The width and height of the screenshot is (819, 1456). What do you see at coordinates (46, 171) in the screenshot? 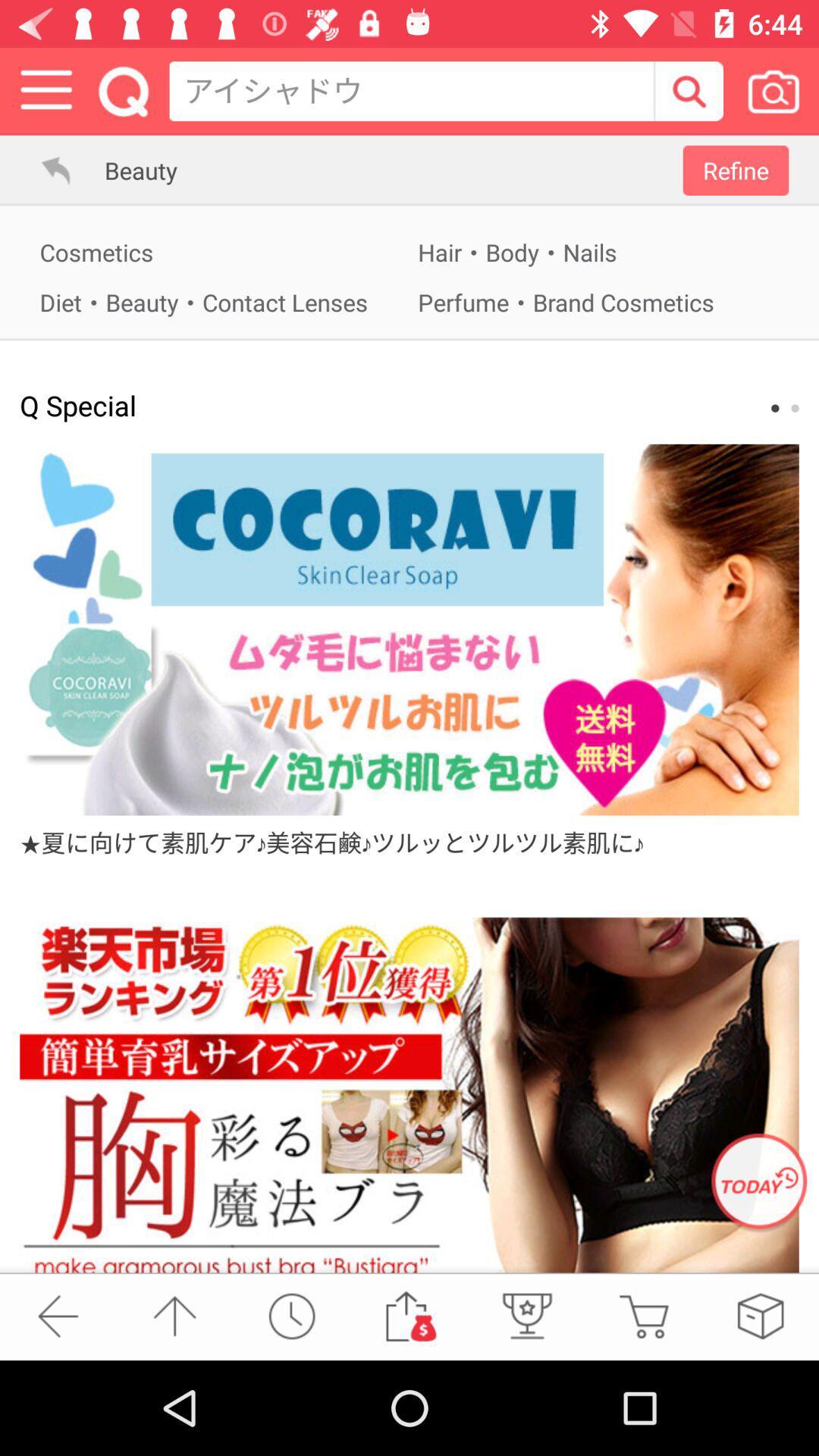
I see `go back` at bounding box center [46, 171].